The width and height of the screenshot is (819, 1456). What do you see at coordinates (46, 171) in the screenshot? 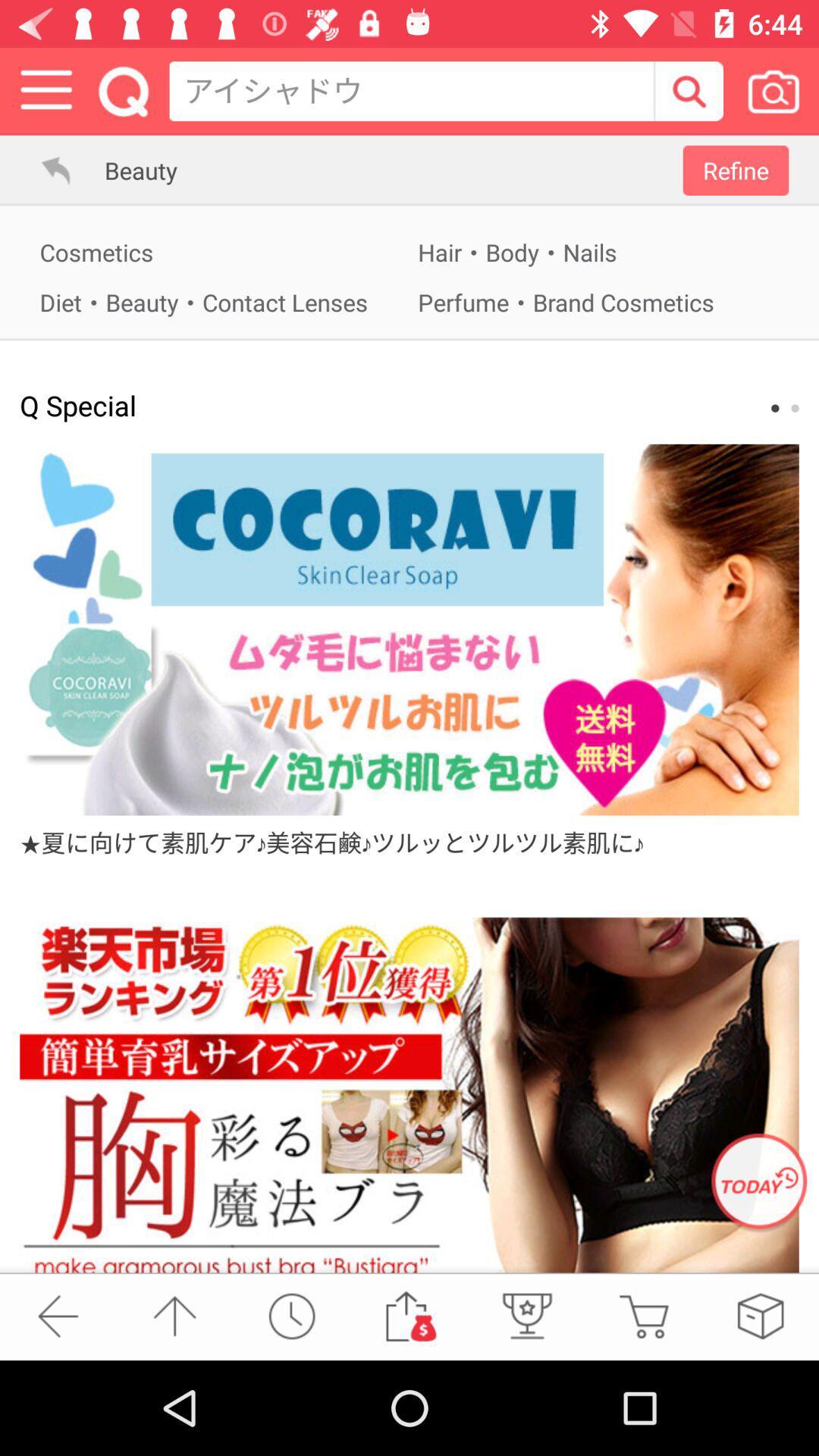
I see `go back` at bounding box center [46, 171].